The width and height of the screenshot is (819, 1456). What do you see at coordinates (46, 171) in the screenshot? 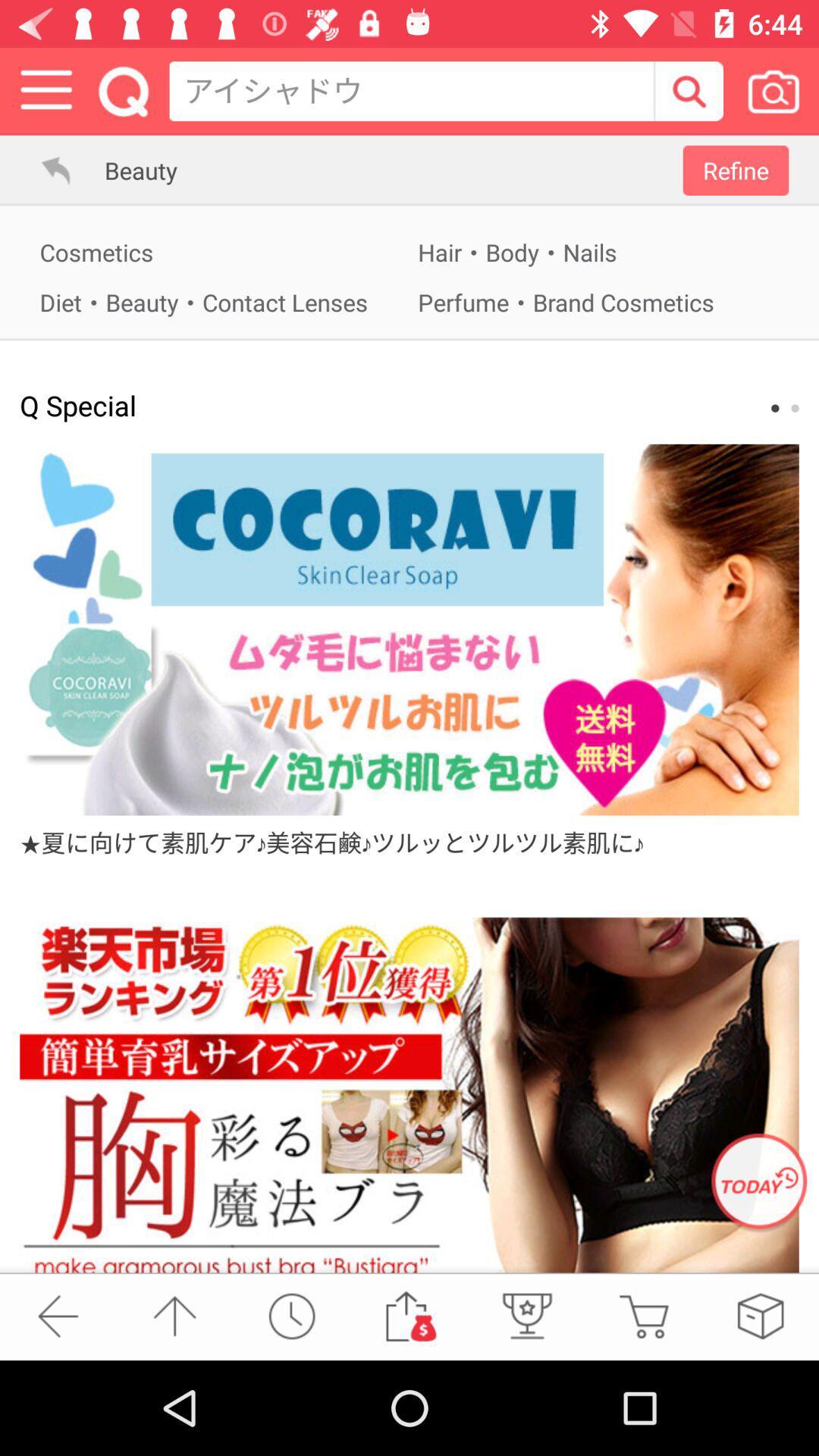
I see `go back` at bounding box center [46, 171].